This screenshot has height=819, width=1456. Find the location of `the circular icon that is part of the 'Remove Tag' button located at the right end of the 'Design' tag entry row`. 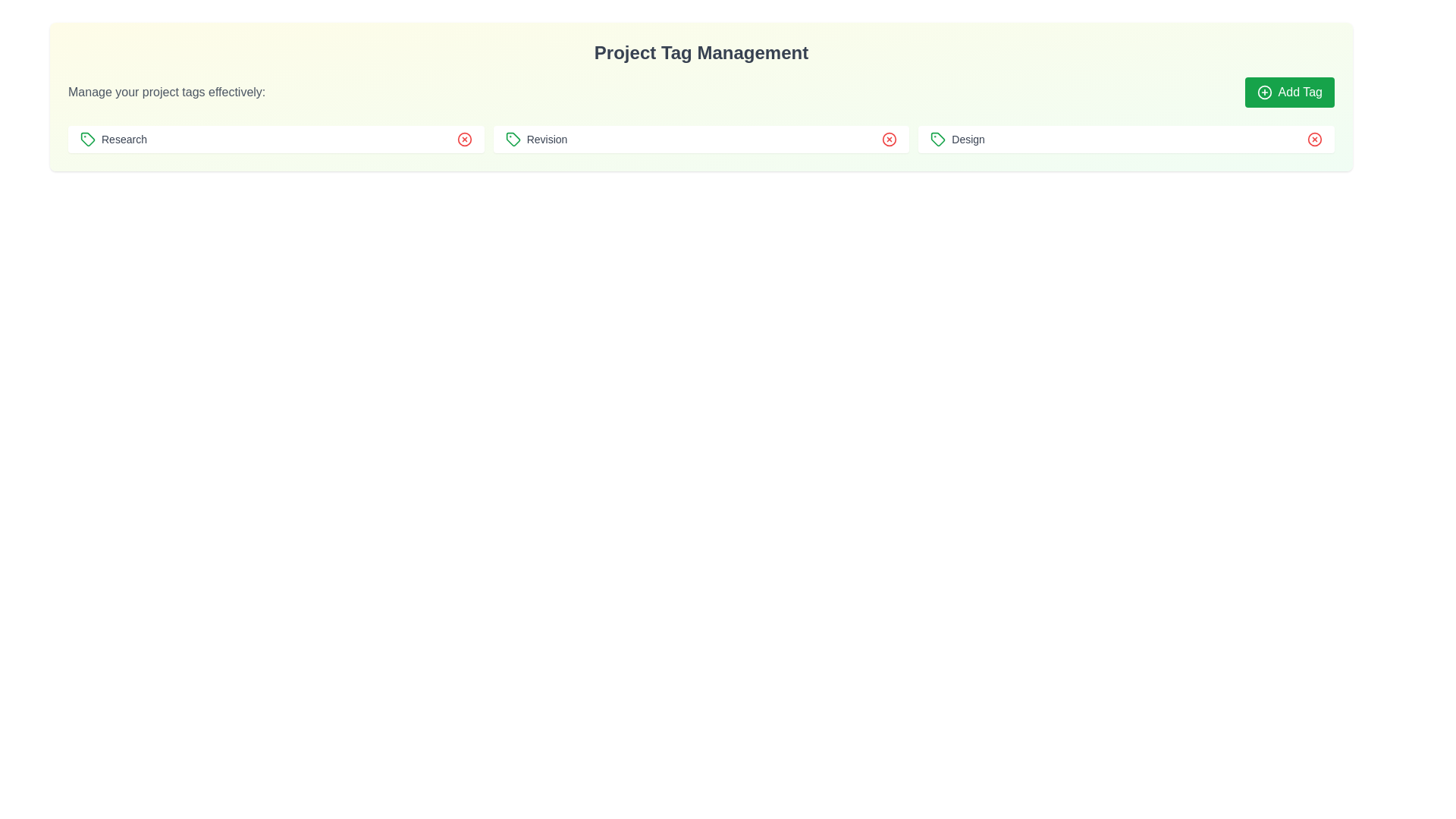

the circular icon that is part of the 'Remove Tag' button located at the right end of the 'Design' tag entry row is located at coordinates (1313, 140).